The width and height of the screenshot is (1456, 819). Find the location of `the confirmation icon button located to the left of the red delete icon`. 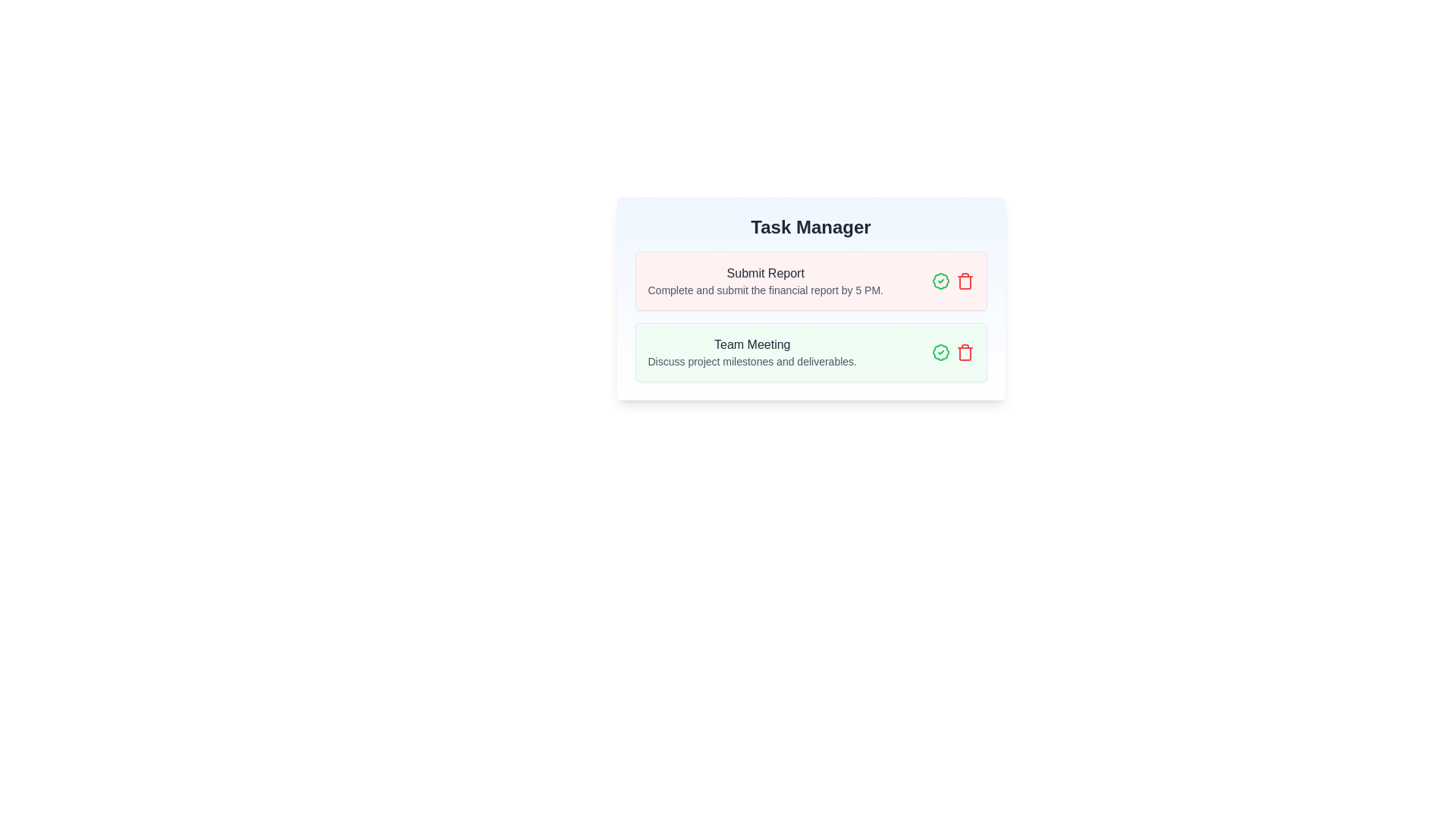

the confirmation icon button located to the left of the red delete icon is located at coordinates (940, 353).